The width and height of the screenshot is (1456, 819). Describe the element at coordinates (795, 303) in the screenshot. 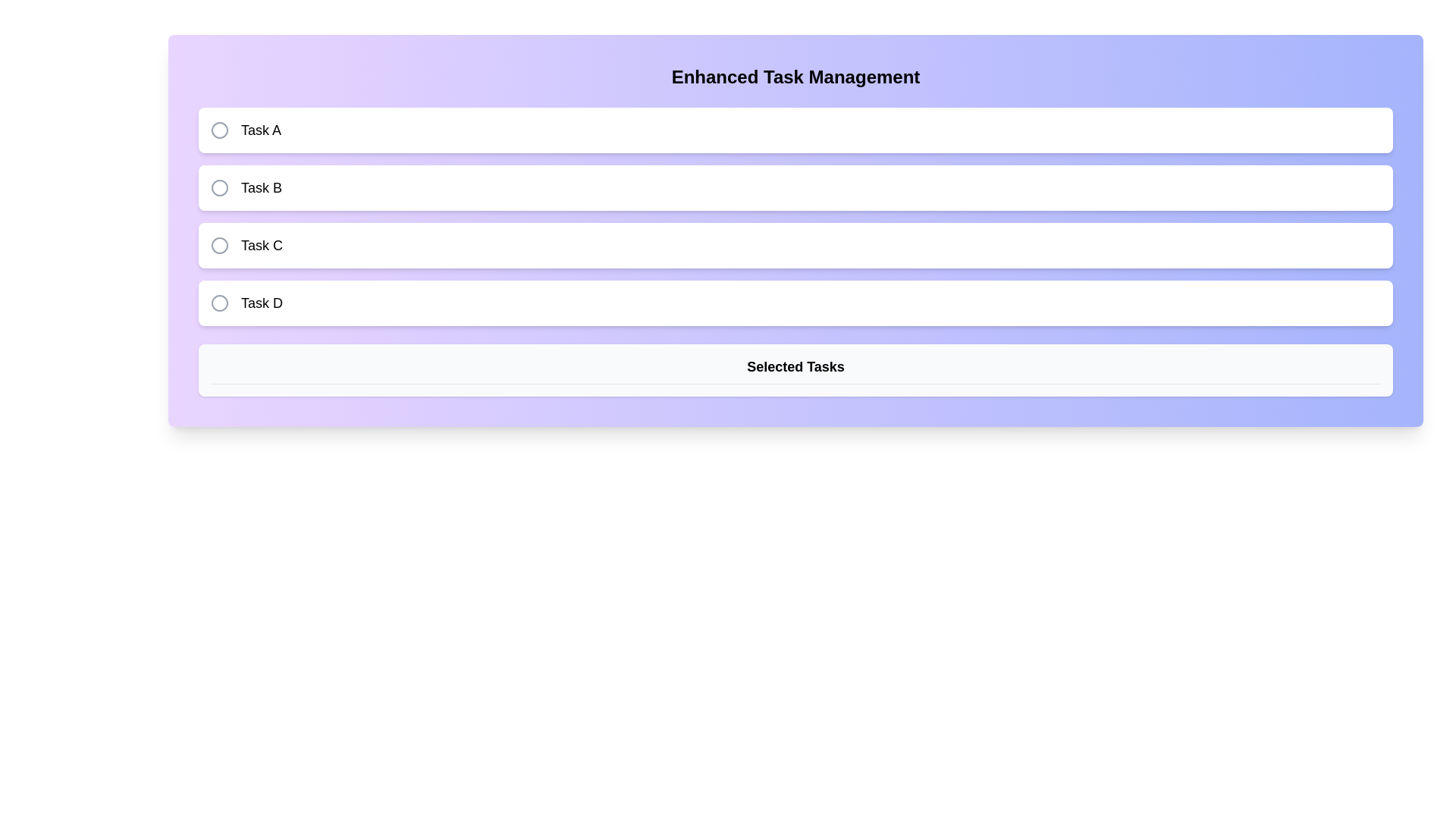

I see `the selectable item labeled 'Task D' in the list` at that location.